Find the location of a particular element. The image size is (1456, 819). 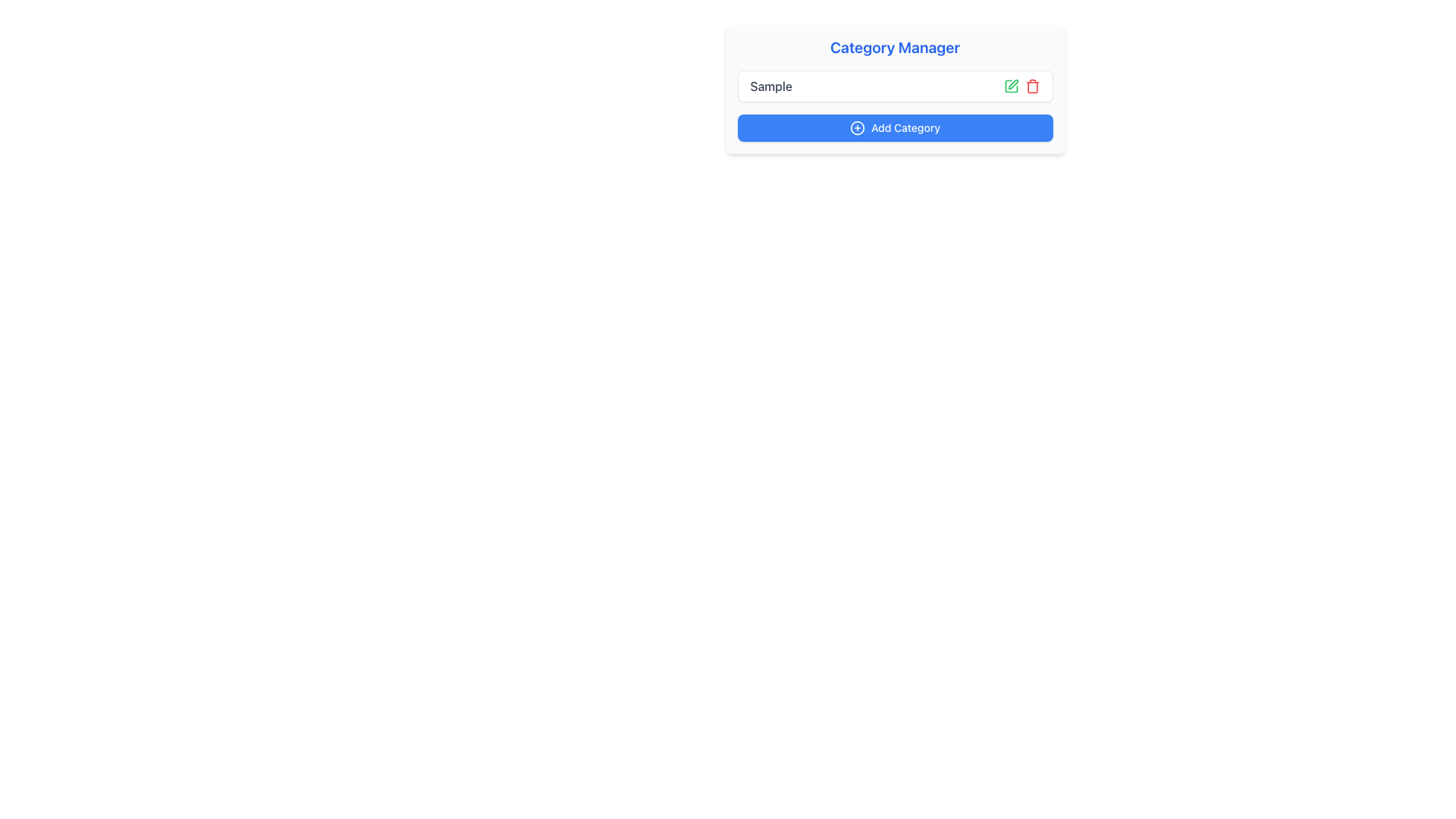

the circular graphical shape located at the center of the 'Add Category' button, which indicates an addition action in the Category Manager interface is located at coordinates (858, 127).